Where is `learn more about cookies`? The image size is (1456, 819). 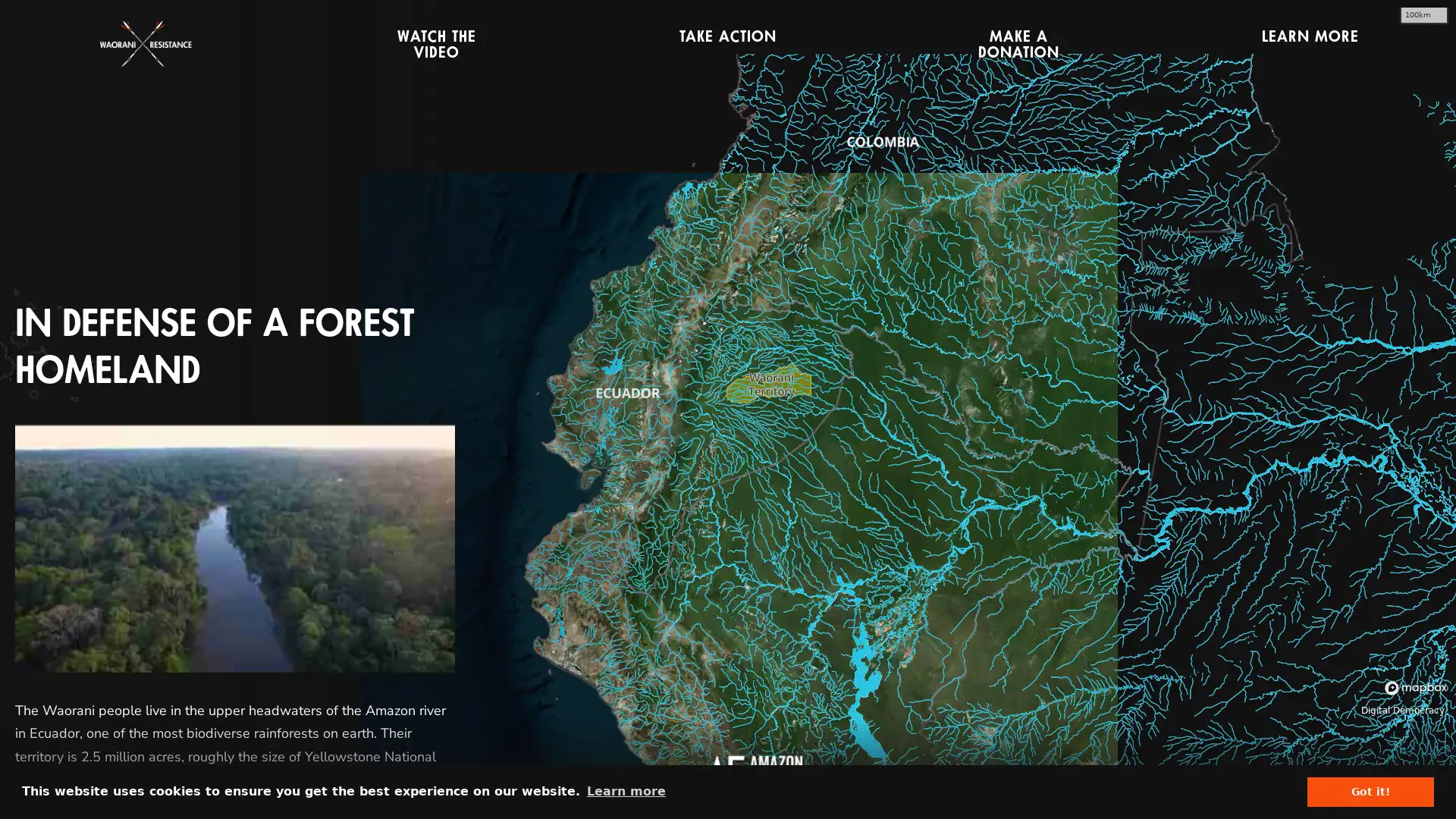 learn more about cookies is located at coordinates (626, 791).